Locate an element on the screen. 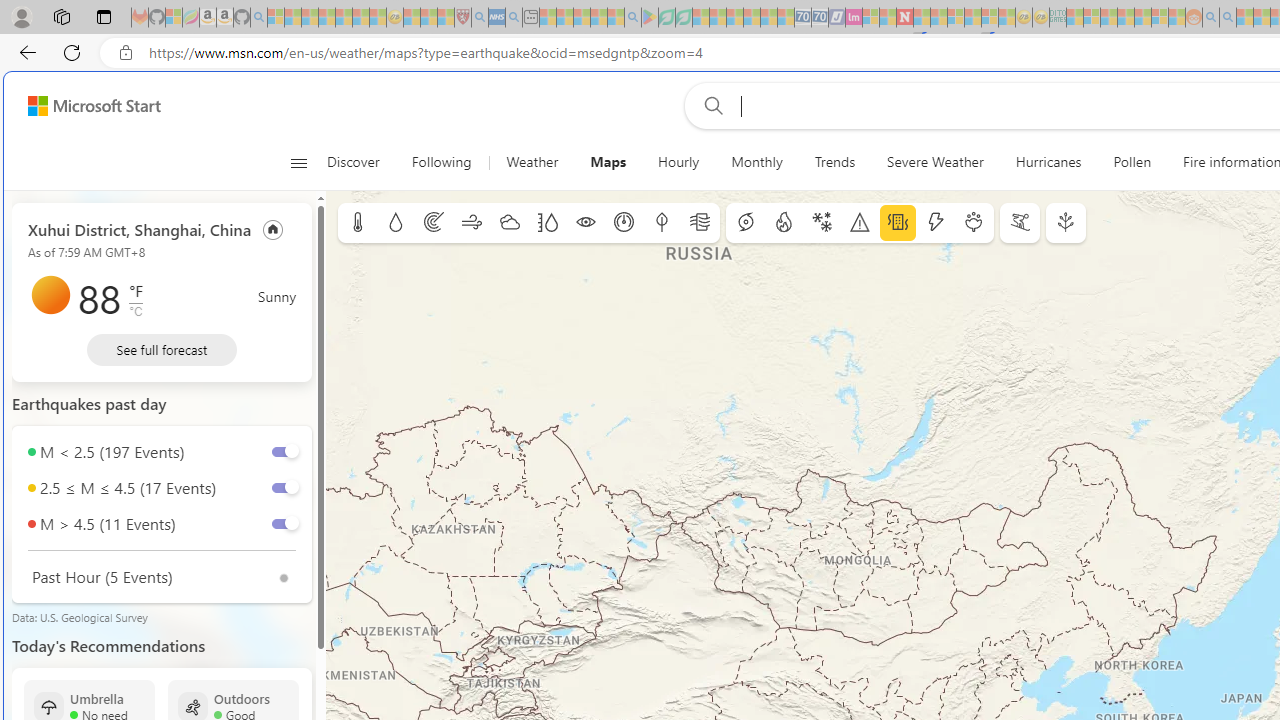 This screenshot has width=1280, height=720. 'Cheap Car Rentals - Save70.com - Sleeping' is located at coordinates (803, 17).